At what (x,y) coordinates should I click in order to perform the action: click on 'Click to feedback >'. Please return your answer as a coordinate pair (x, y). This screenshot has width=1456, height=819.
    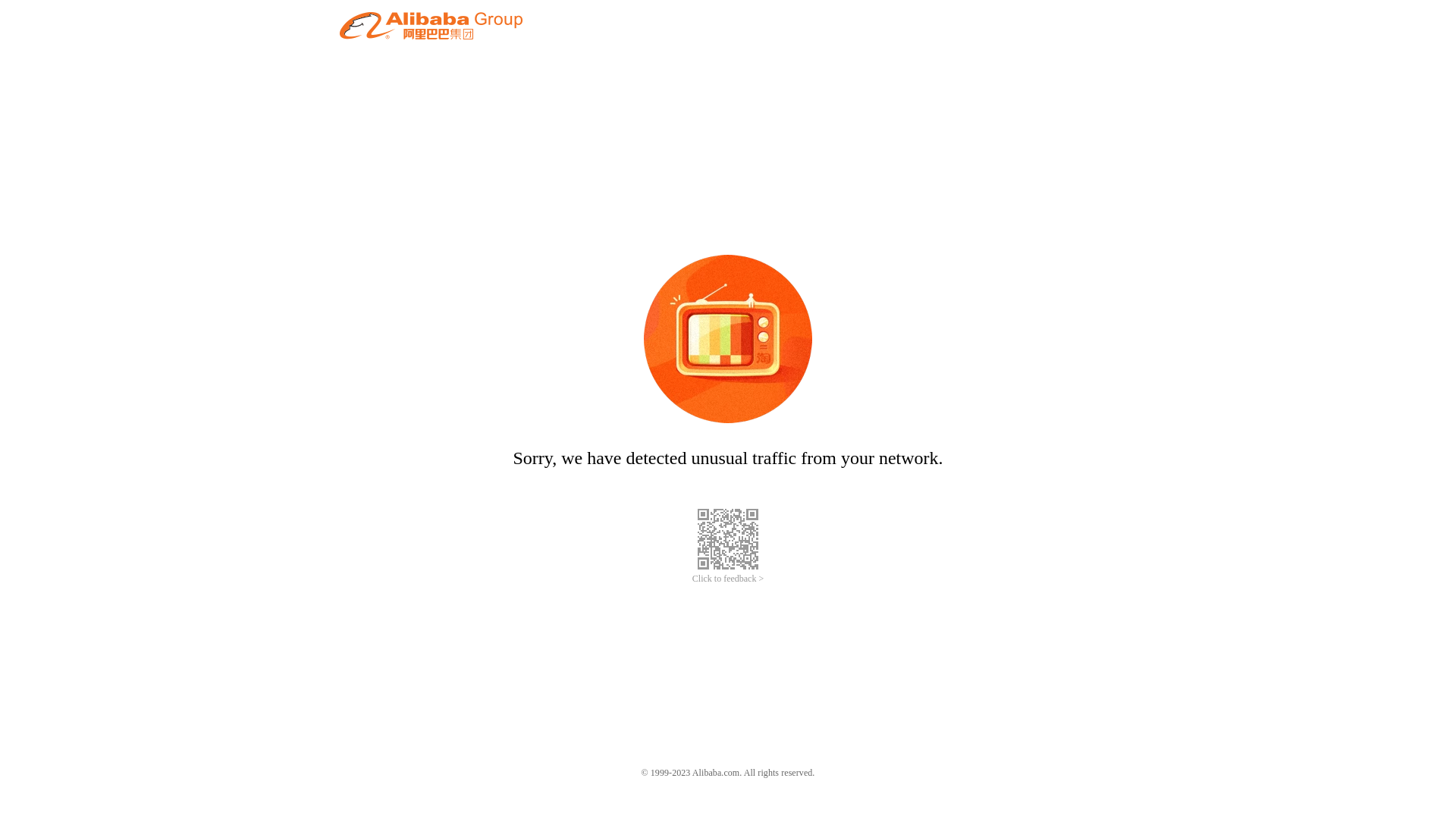
    Looking at the image, I should click on (728, 579).